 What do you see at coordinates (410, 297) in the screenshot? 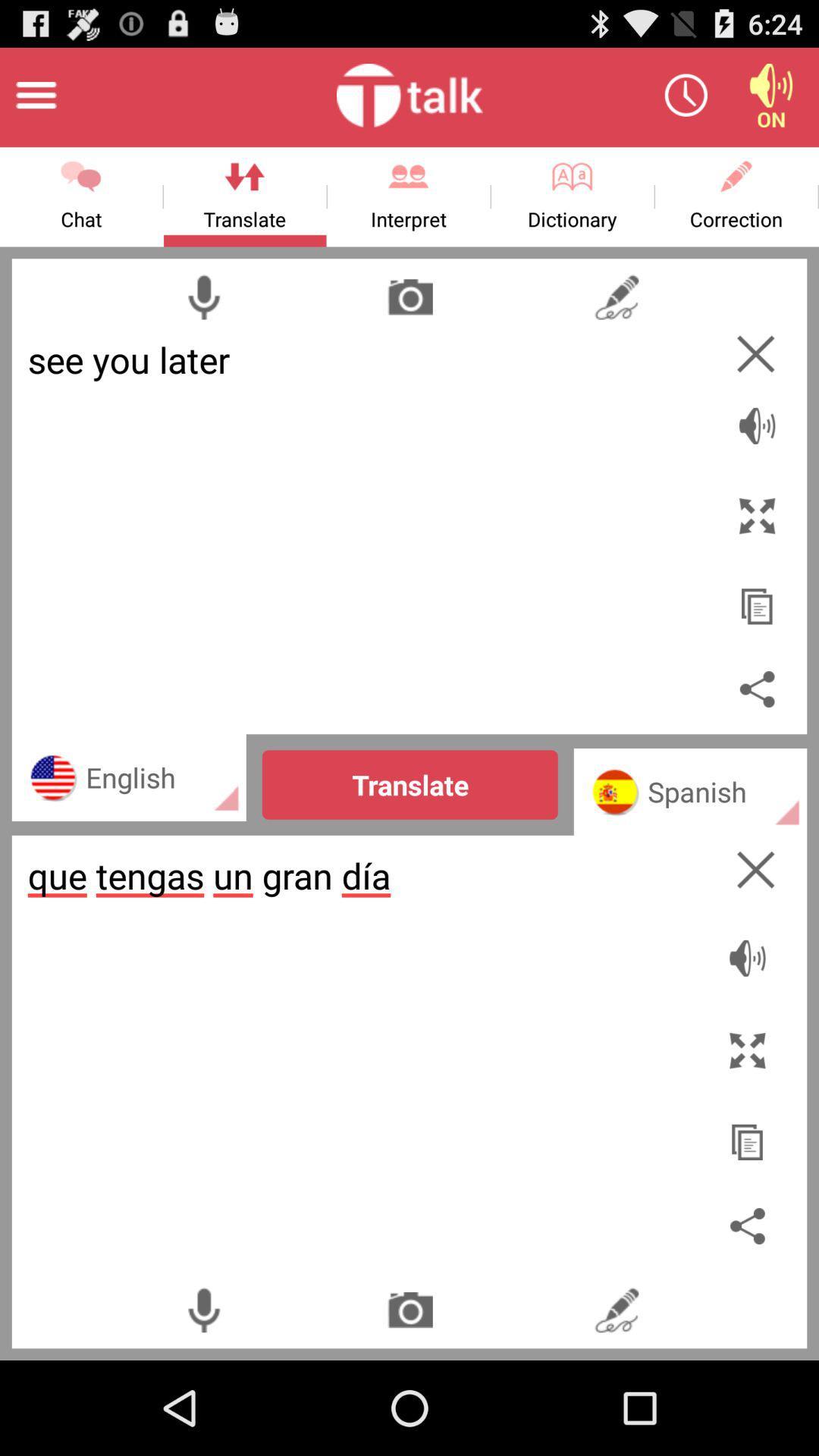
I see `translate from photo` at bounding box center [410, 297].